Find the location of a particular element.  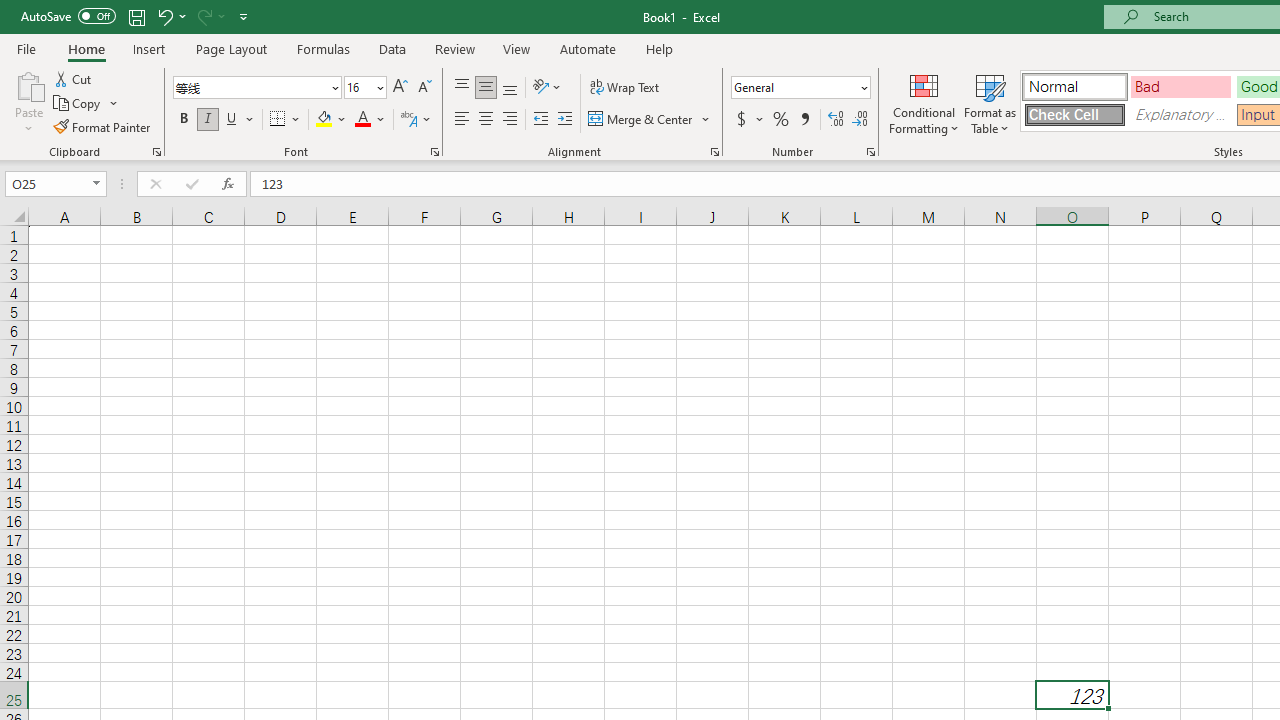

'Bottom Align' is located at coordinates (510, 86).